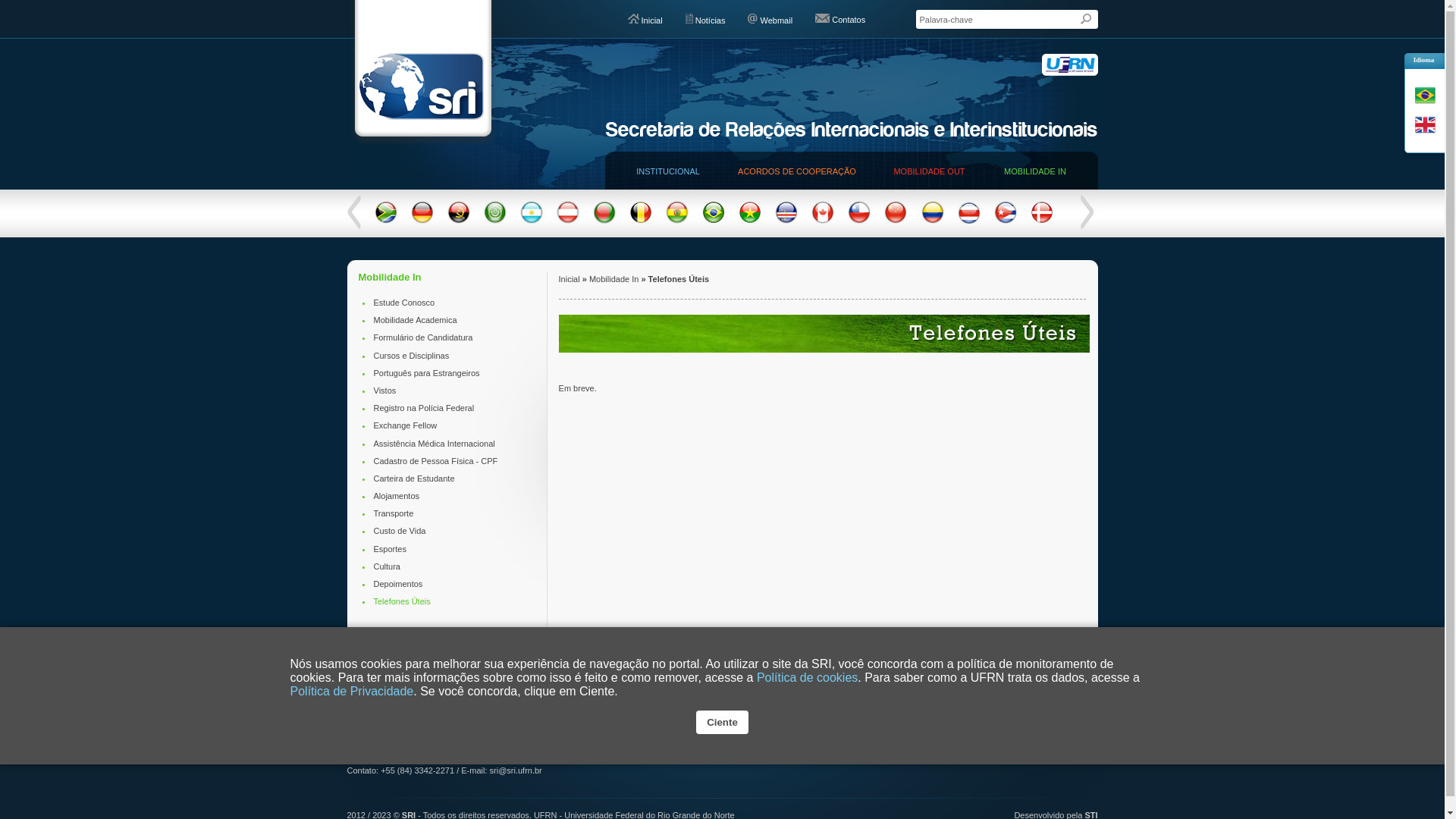 The height and width of the screenshot is (819, 1456). What do you see at coordinates (721, 721) in the screenshot?
I see `'Ciente'` at bounding box center [721, 721].